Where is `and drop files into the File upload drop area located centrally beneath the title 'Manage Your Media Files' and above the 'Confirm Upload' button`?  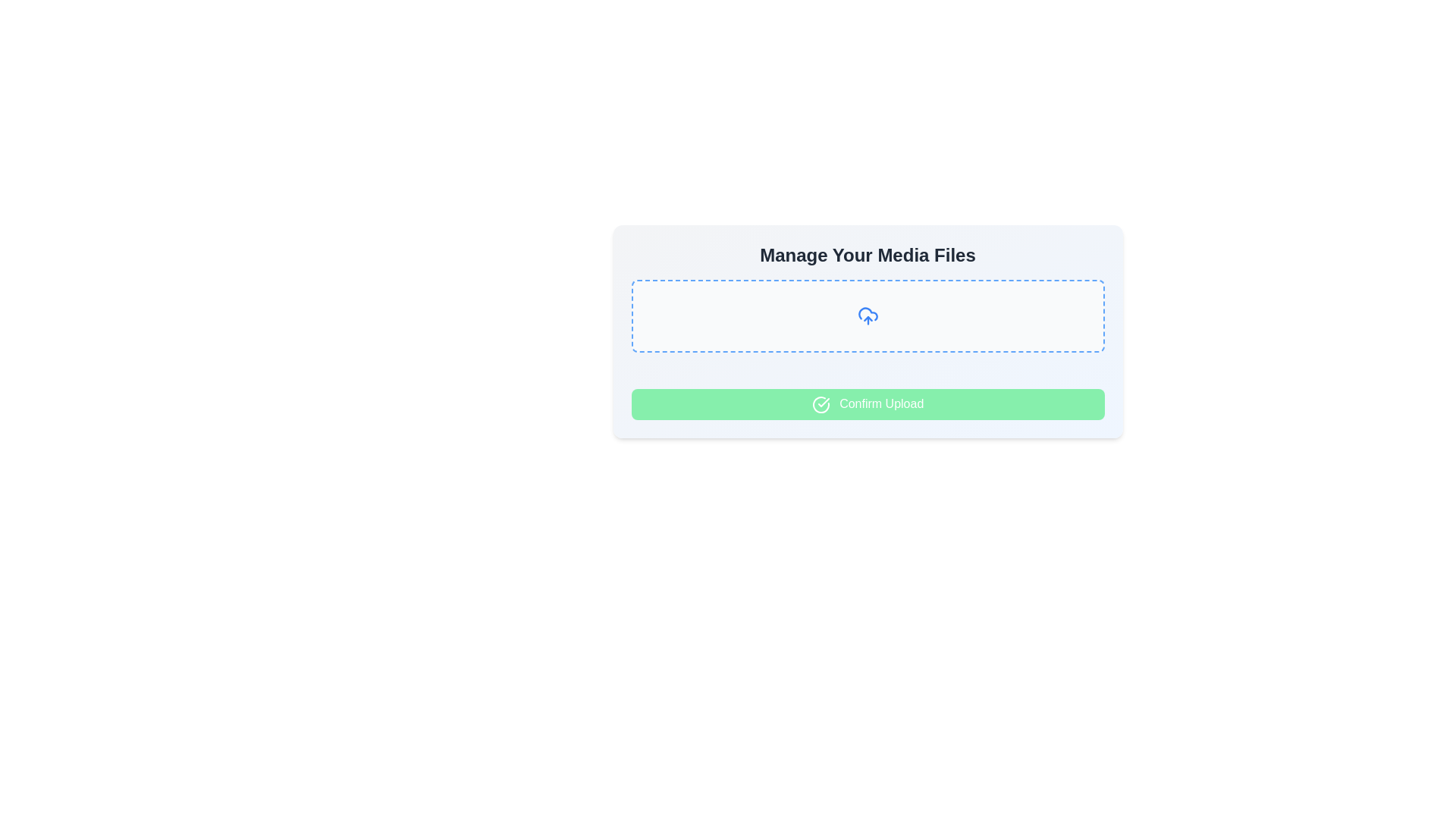 and drop files into the File upload drop area located centrally beneath the title 'Manage Your Media Files' and above the 'Confirm Upload' button is located at coordinates (868, 315).